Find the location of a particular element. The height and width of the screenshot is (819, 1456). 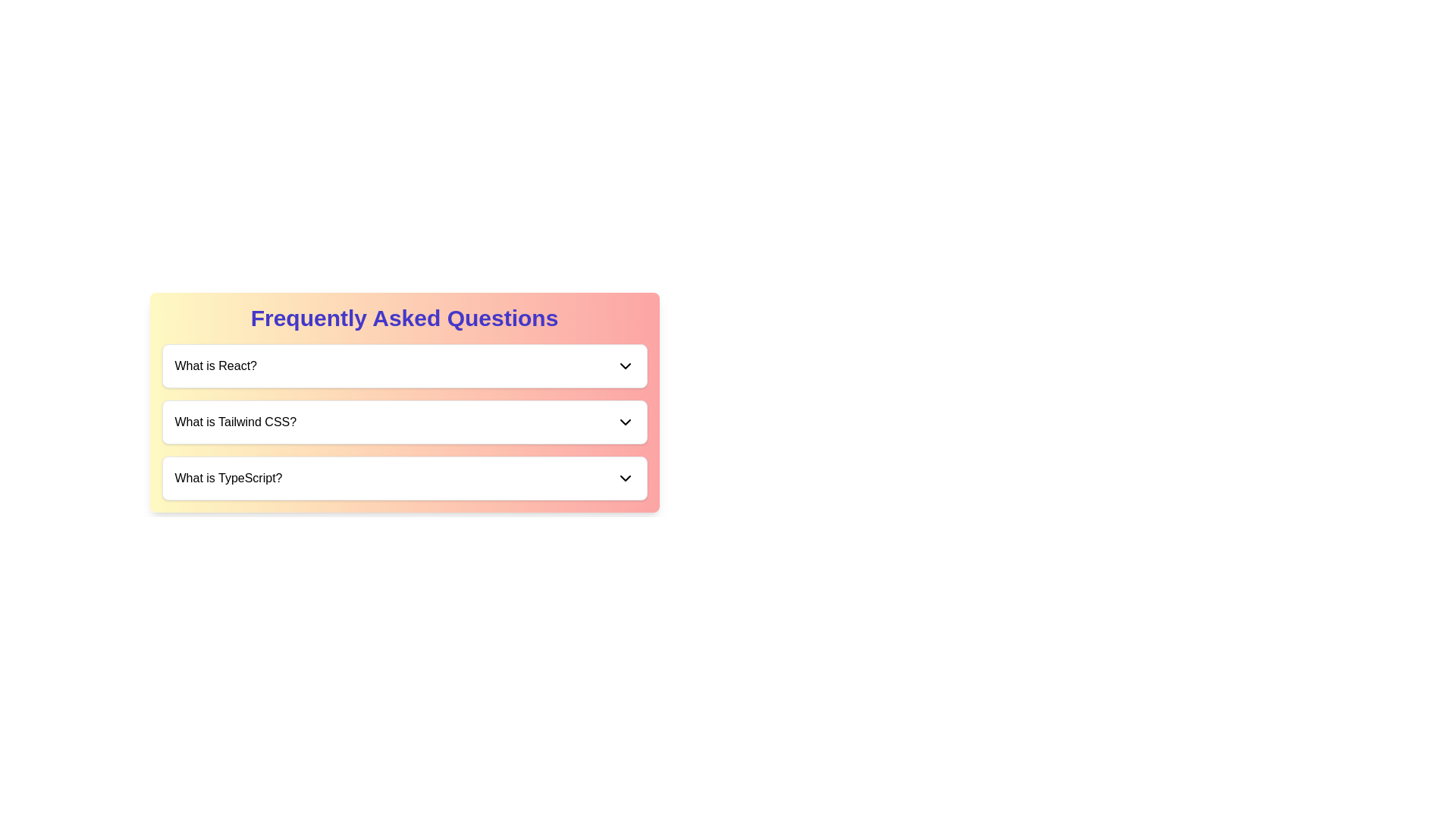

the collapsible menu item labeled 'What is TypeScript?' which is the third item in the 'Frequently Asked Questions' section is located at coordinates (404, 479).